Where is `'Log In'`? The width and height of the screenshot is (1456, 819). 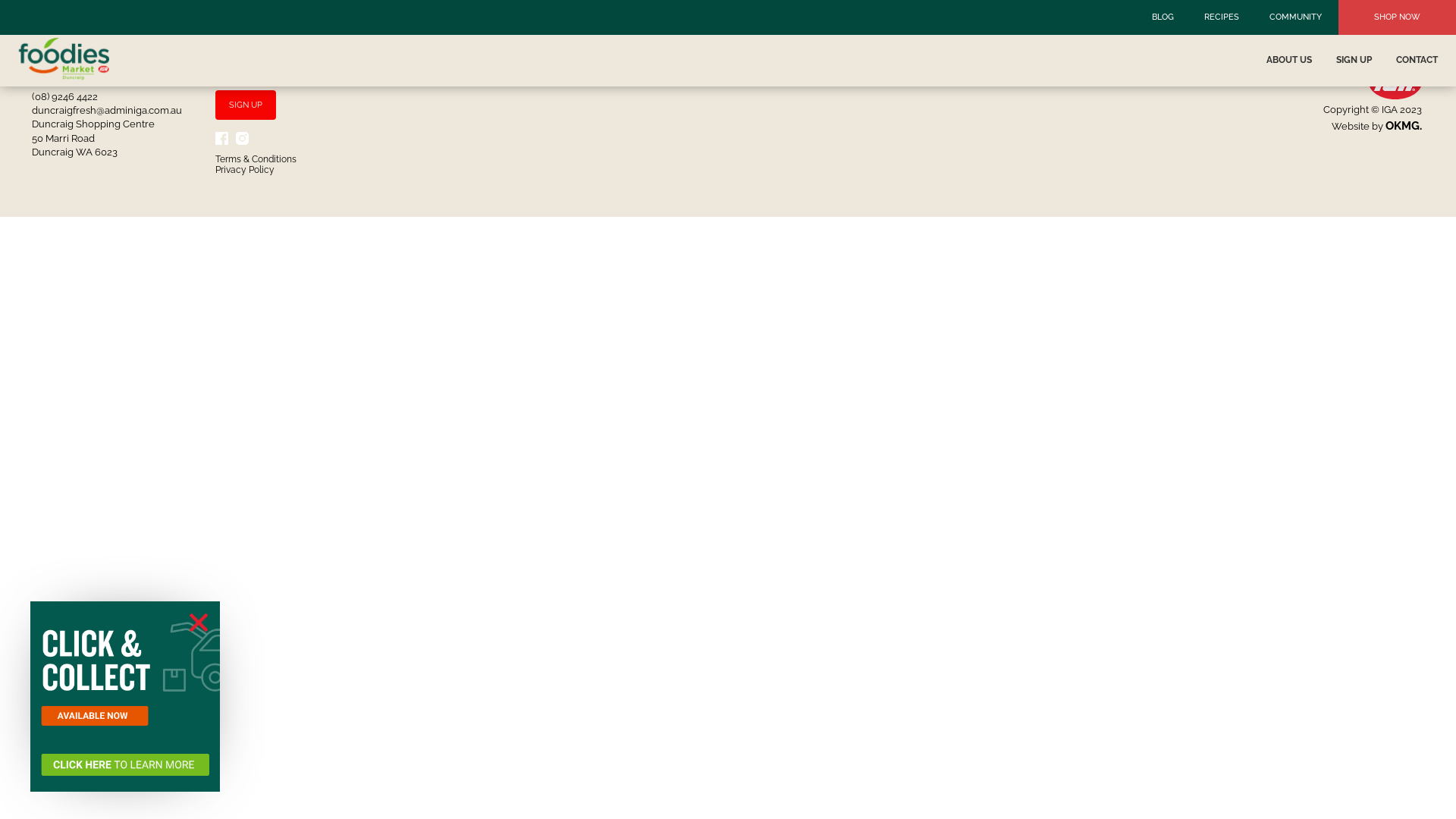
'Log In' is located at coordinates (58, 8).